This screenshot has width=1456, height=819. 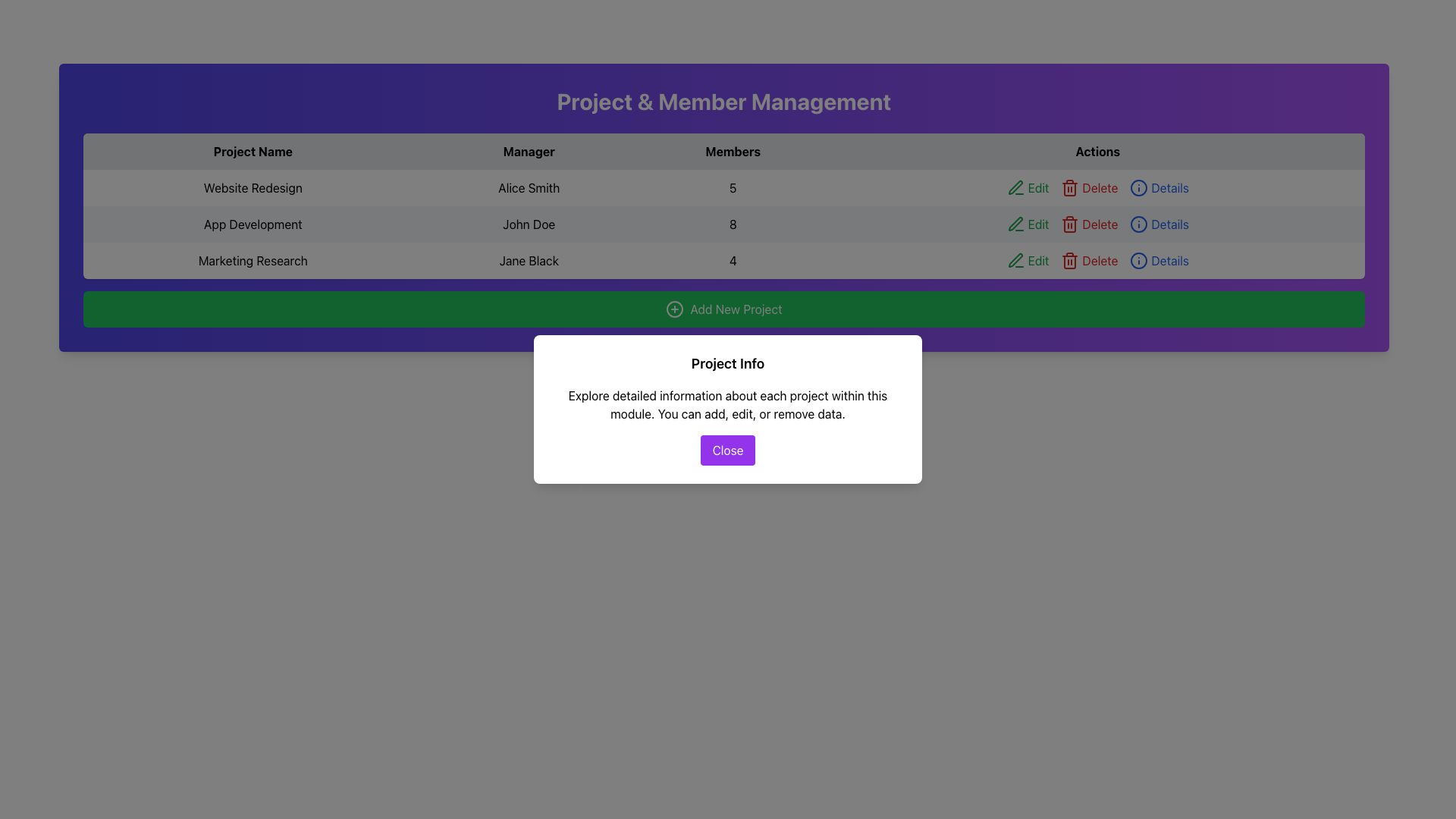 I want to click on text displayed in the second entry of the 'Project Name' column, aligned with 'John Doe' in the 'Manager' column and '8' in the 'Members' column, so click(x=253, y=224).